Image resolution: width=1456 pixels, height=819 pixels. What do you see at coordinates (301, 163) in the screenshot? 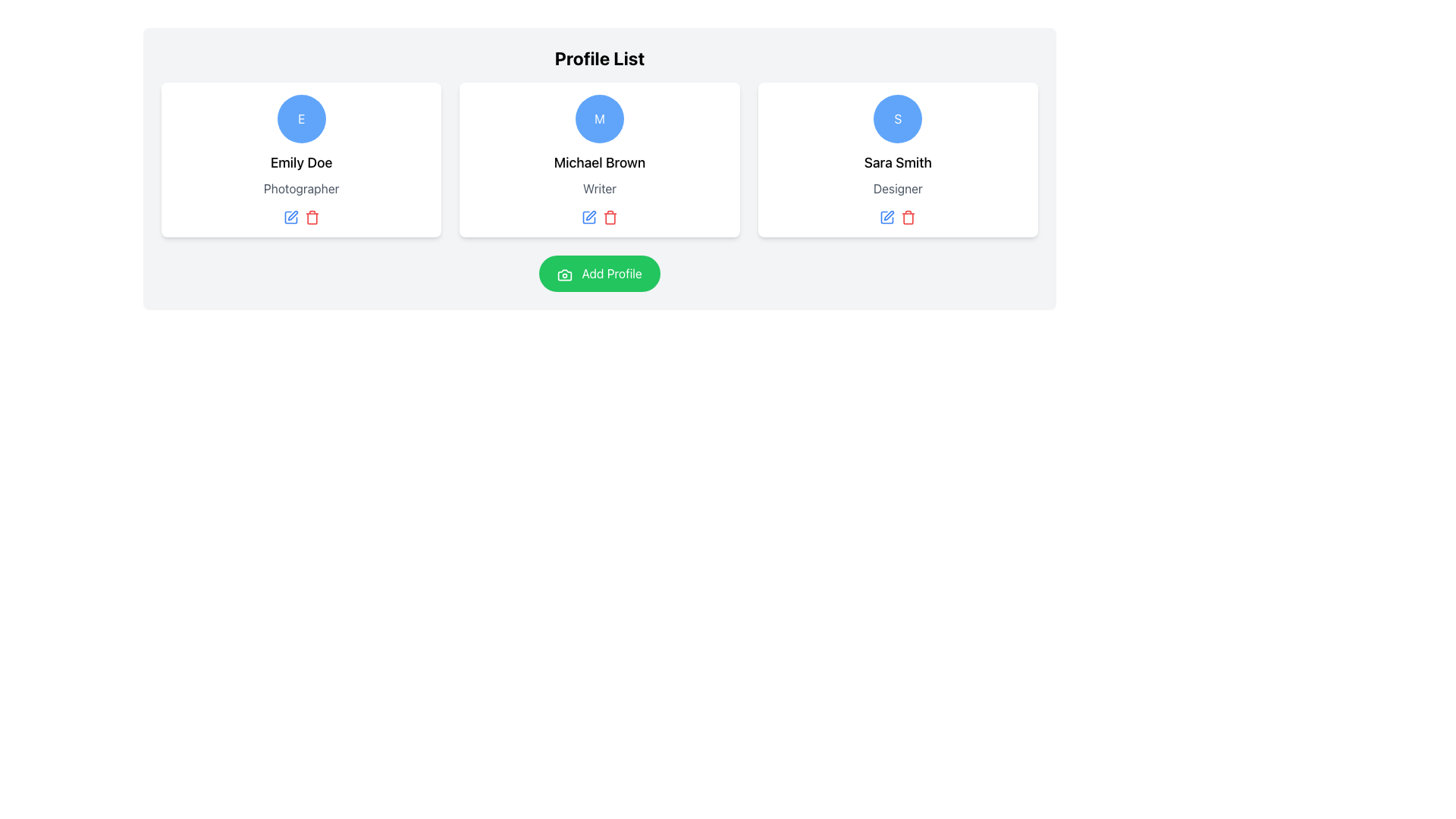
I see `the static text display element indicating the user's name, which is located in the leftmost card below the icon with 'E' and above the text 'Photographer.'` at bounding box center [301, 163].